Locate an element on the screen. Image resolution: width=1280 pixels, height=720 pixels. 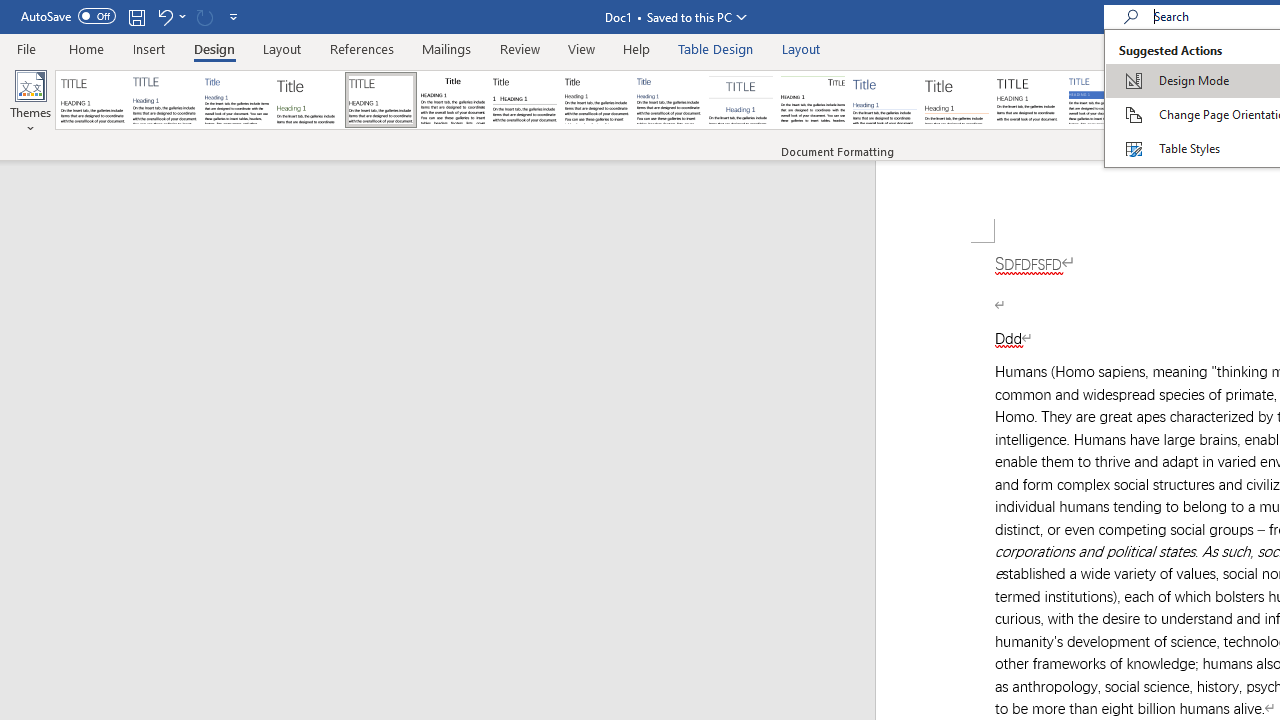
'Undo Apply Quick Style Set' is located at coordinates (164, 16).